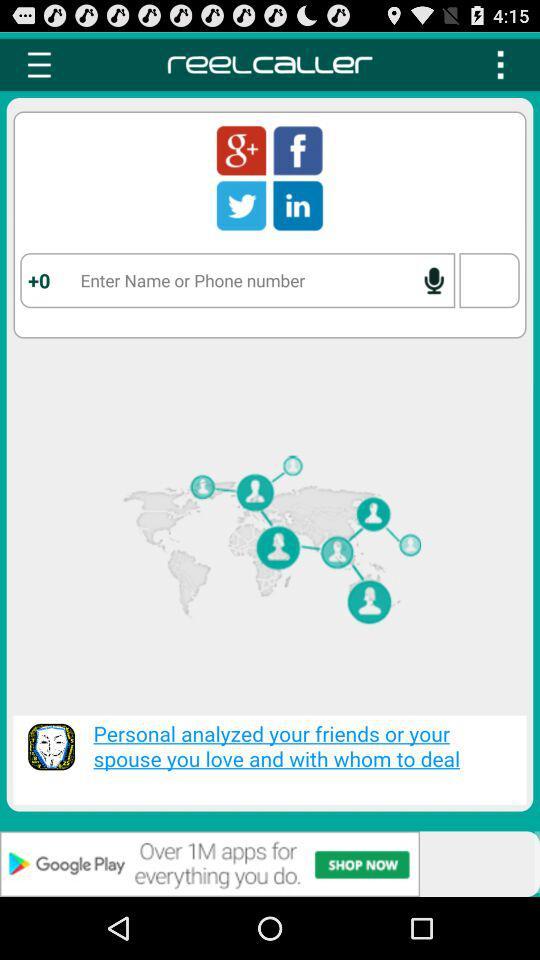 The width and height of the screenshot is (540, 960). Describe the element at coordinates (39, 64) in the screenshot. I see `settings` at that location.